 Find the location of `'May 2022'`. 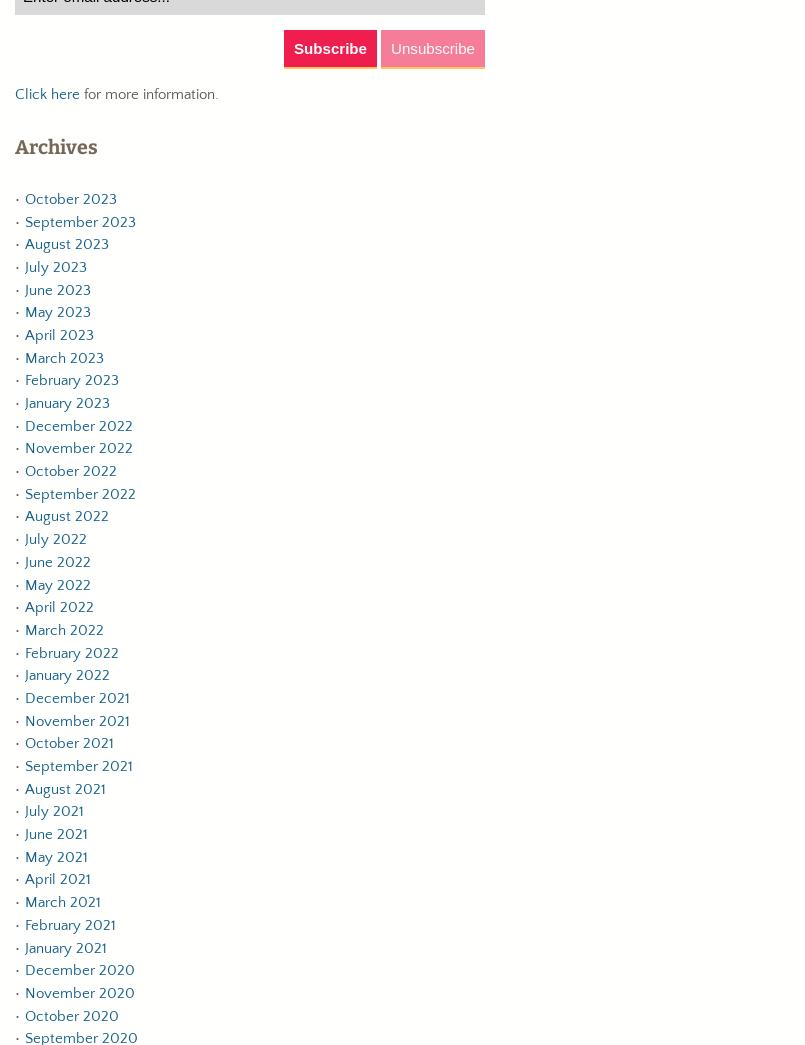

'May 2022' is located at coordinates (57, 583).